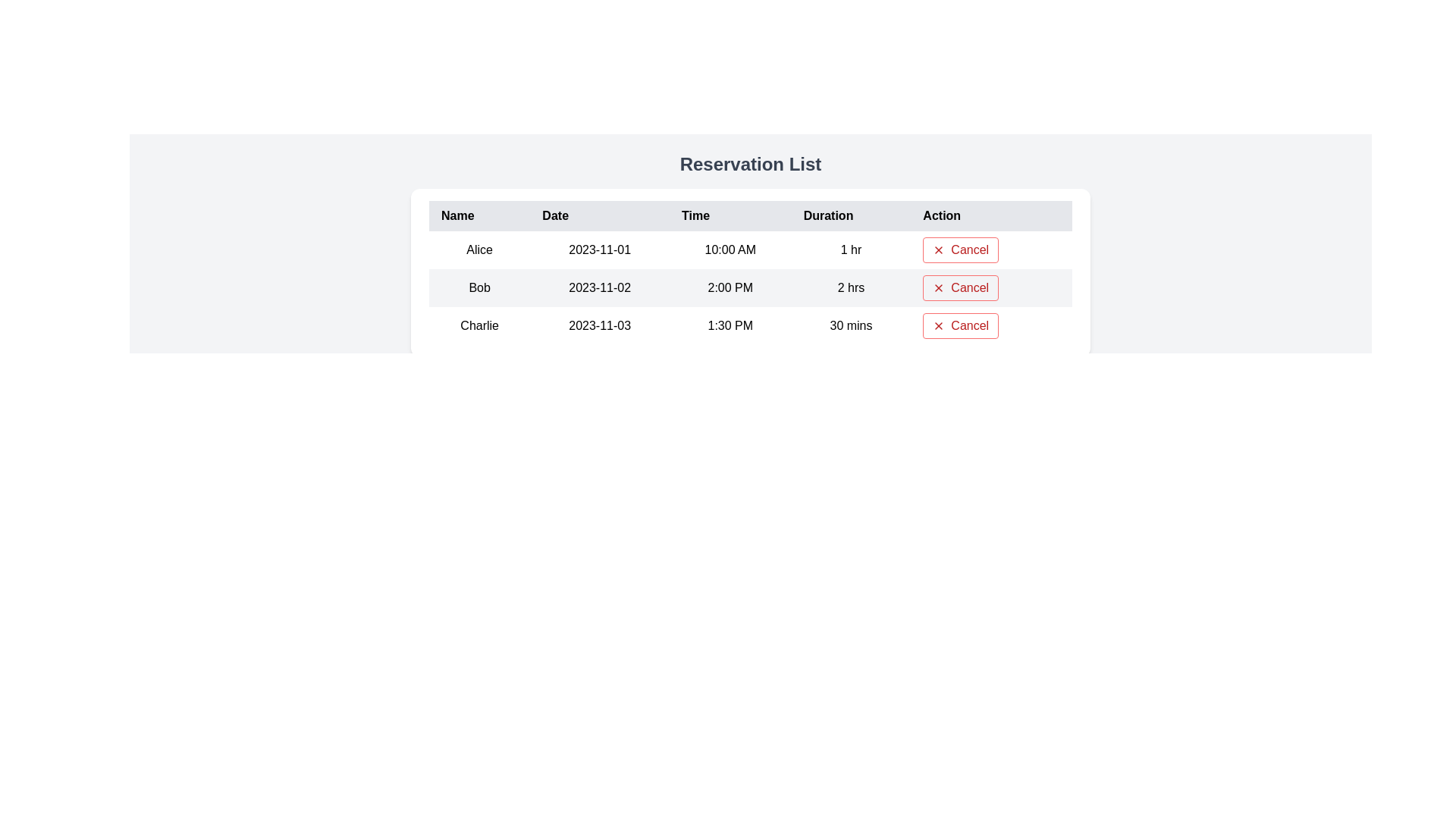 The width and height of the screenshot is (1456, 819). What do you see at coordinates (479, 325) in the screenshot?
I see `the text label displaying the name 'Charlie' in the reservation list table, located in the first column of the last row under the 'Name' column` at bounding box center [479, 325].